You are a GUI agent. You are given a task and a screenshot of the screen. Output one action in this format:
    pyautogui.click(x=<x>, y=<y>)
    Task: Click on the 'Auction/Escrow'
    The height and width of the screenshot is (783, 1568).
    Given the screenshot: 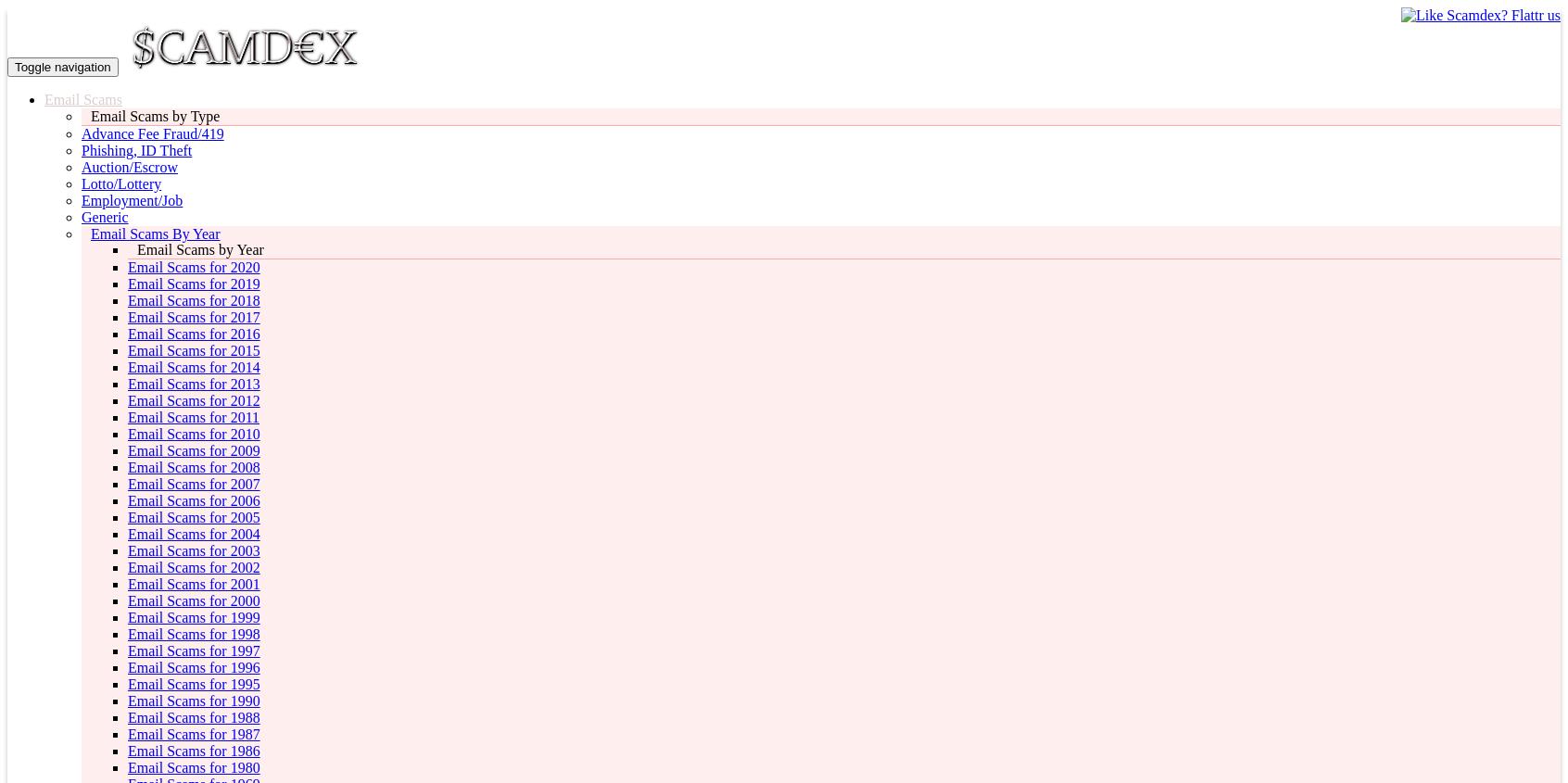 What is the action you would take?
    pyautogui.click(x=81, y=166)
    